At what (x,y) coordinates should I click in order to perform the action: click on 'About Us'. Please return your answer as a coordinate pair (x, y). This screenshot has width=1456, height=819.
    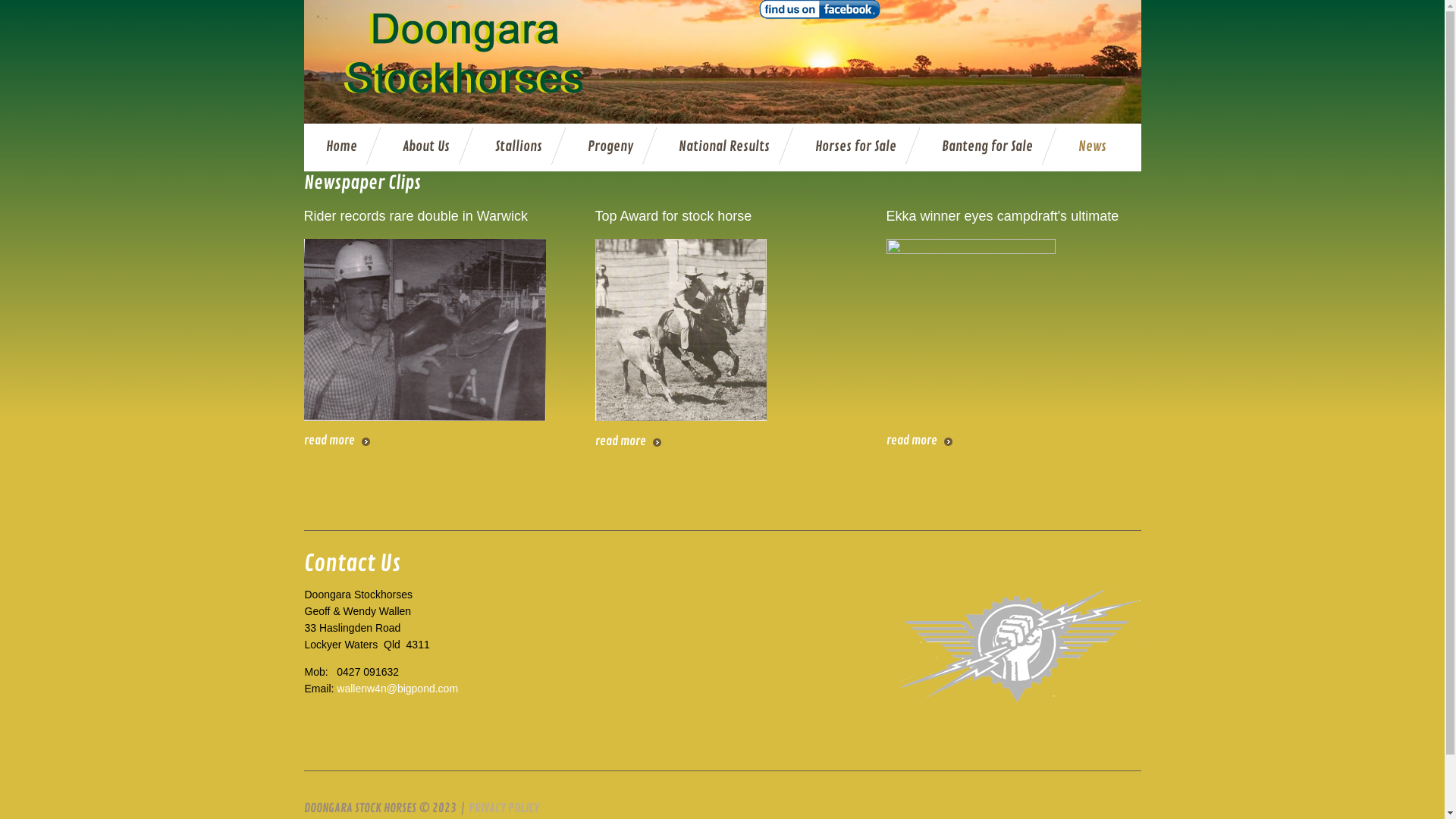
    Looking at the image, I should click on (425, 146).